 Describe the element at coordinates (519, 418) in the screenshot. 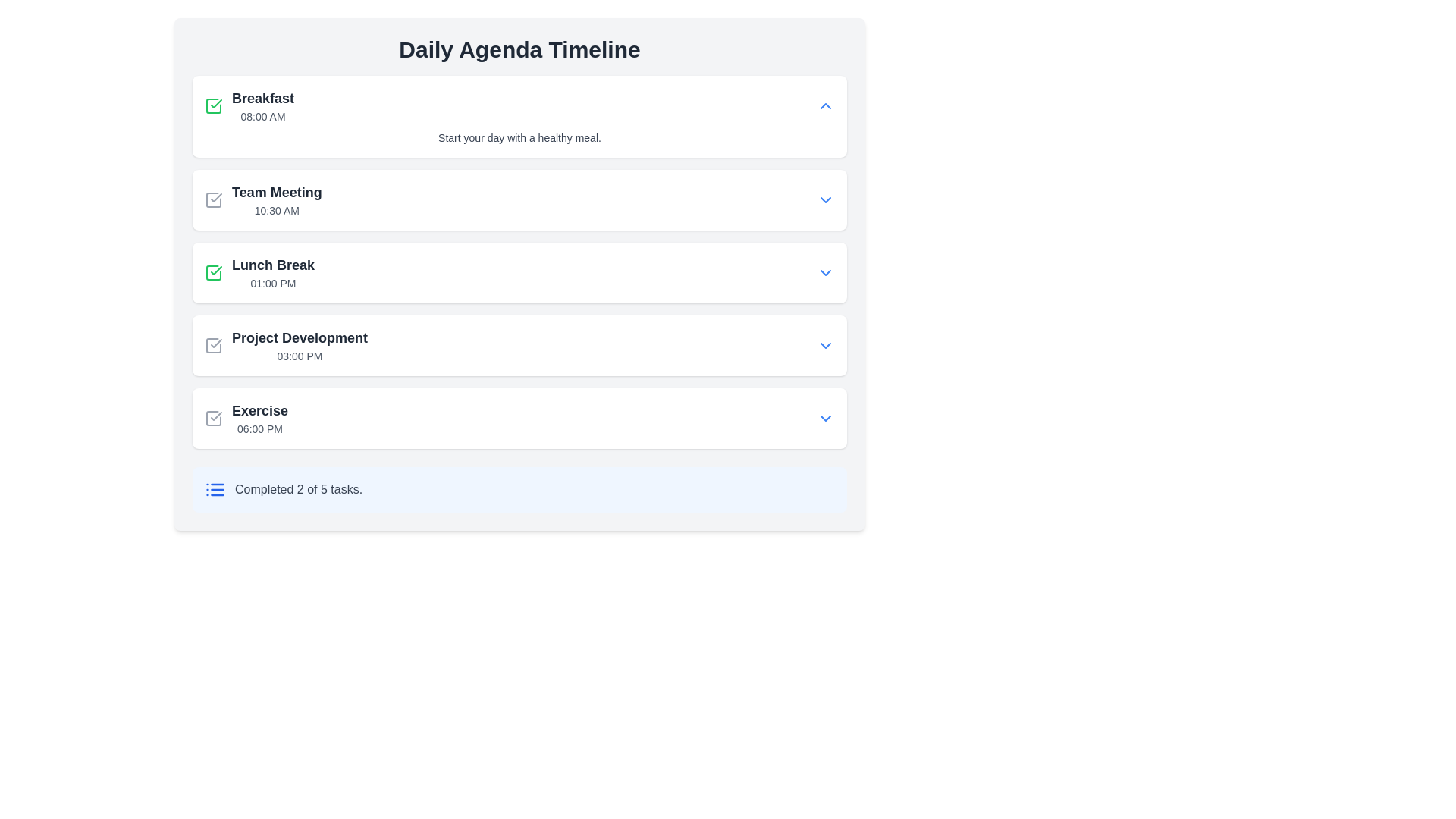

I see `the scheduled event row named 'Exercise' at 6:00 PM in the timeline, which includes a chevron button for expanding details` at that location.